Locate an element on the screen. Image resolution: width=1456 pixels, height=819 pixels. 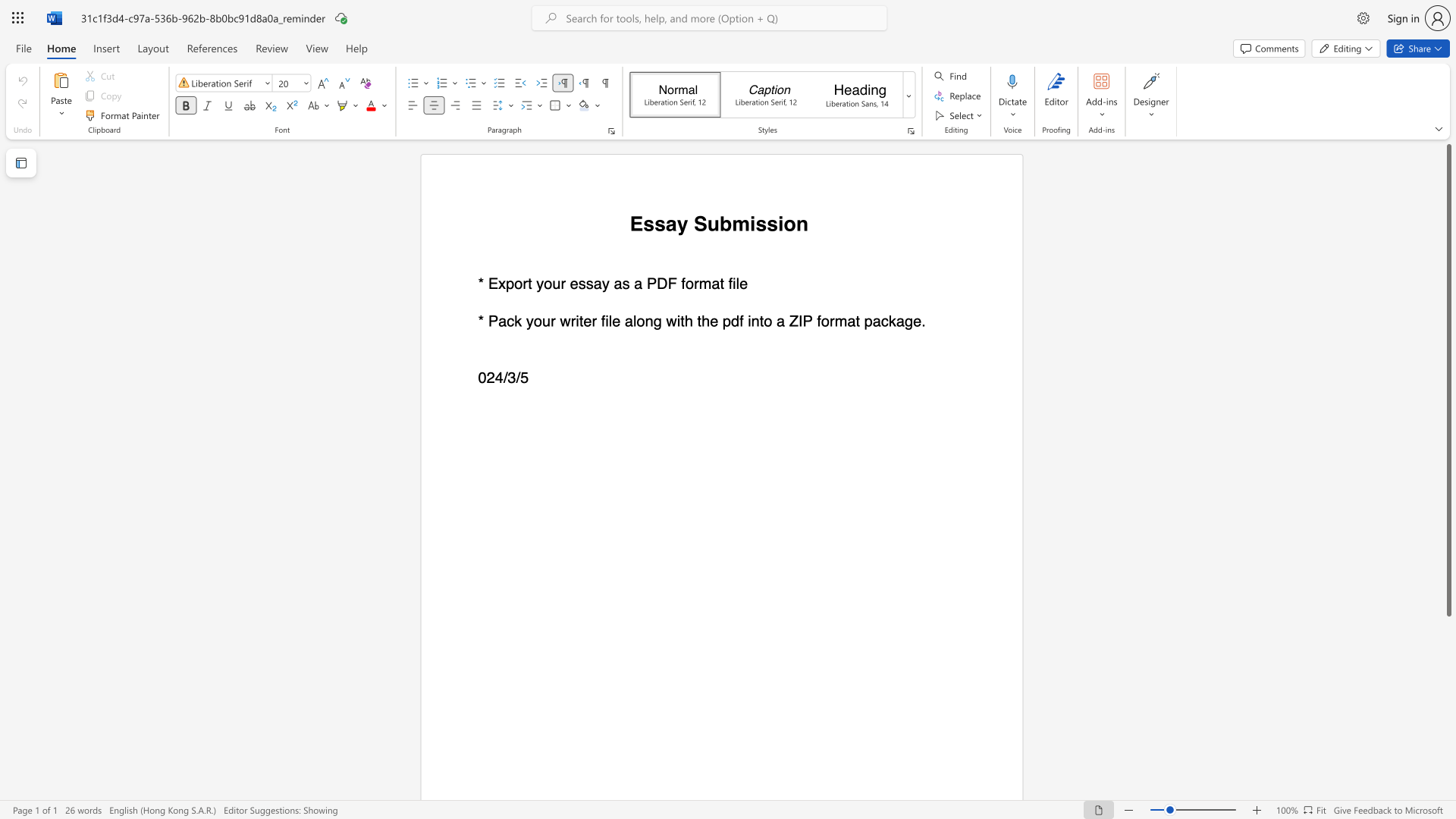
the 1th character "E" in the text is located at coordinates (636, 224).